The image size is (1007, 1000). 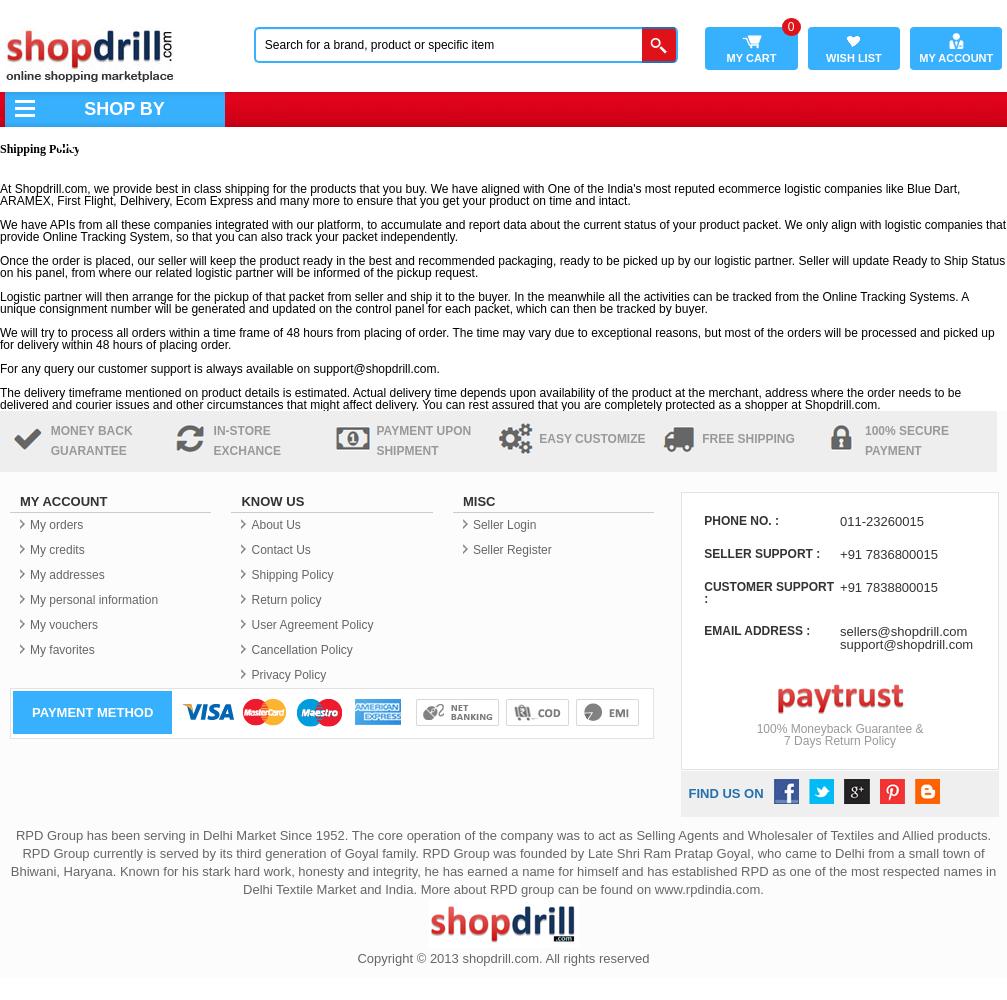 What do you see at coordinates (880, 521) in the screenshot?
I see `'011-23260015'` at bounding box center [880, 521].